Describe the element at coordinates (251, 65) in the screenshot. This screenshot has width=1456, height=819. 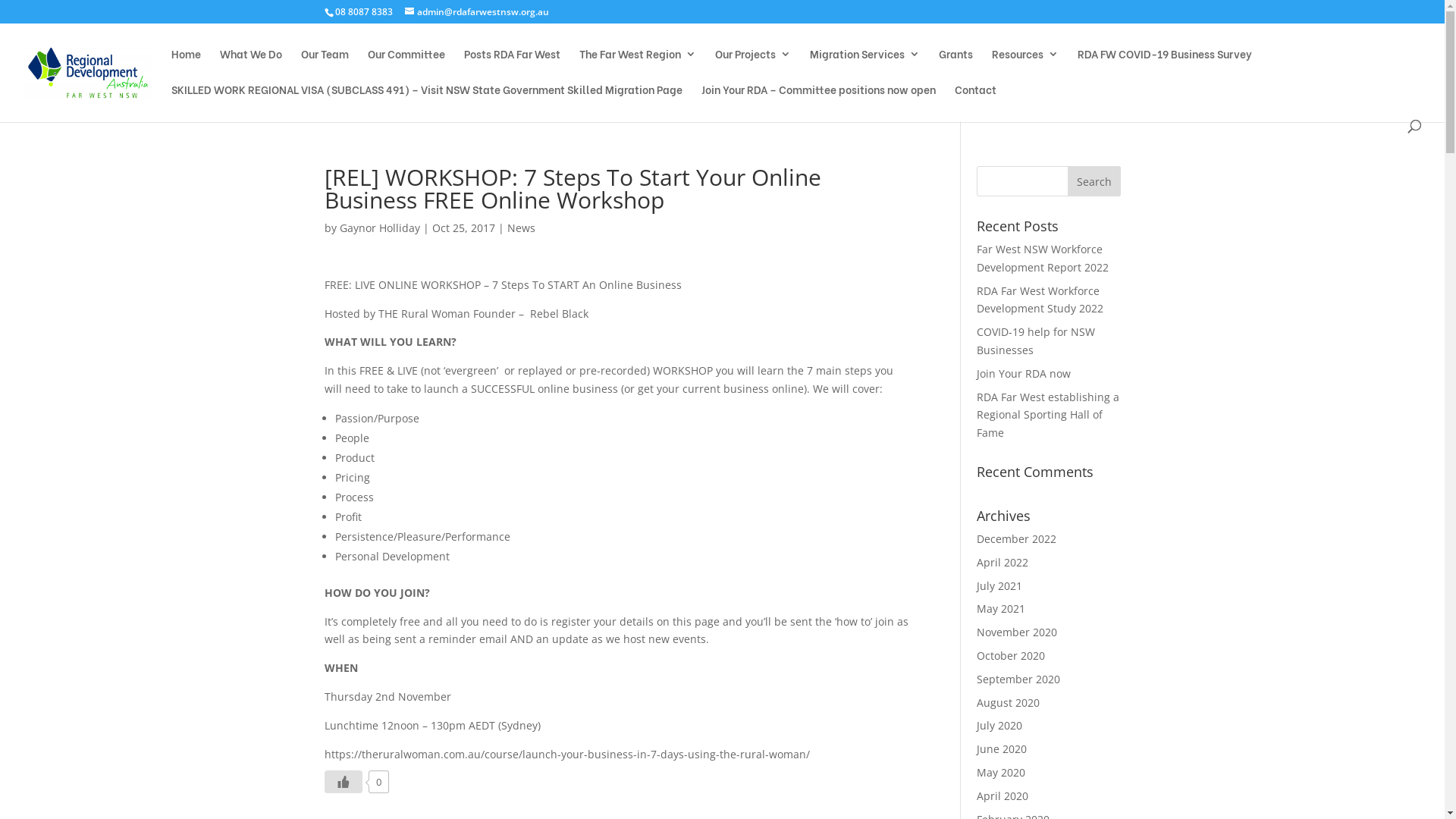
I see `'What We Do'` at that location.